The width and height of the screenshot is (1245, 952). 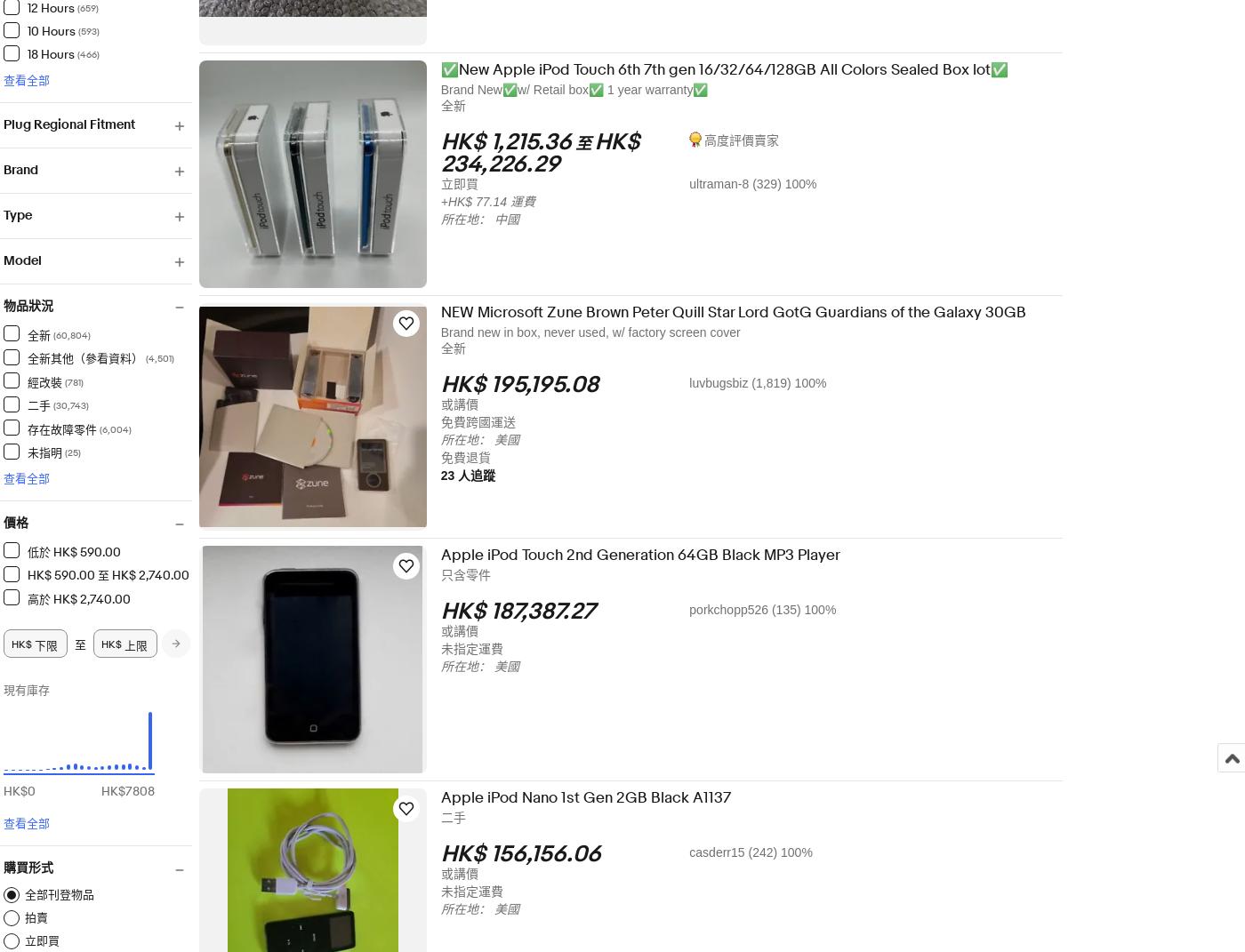 What do you see at coordinates (499, 201) in the screenshot?
I see `'+HK$ 77.14 運費'` at bounding box center [499, 201].